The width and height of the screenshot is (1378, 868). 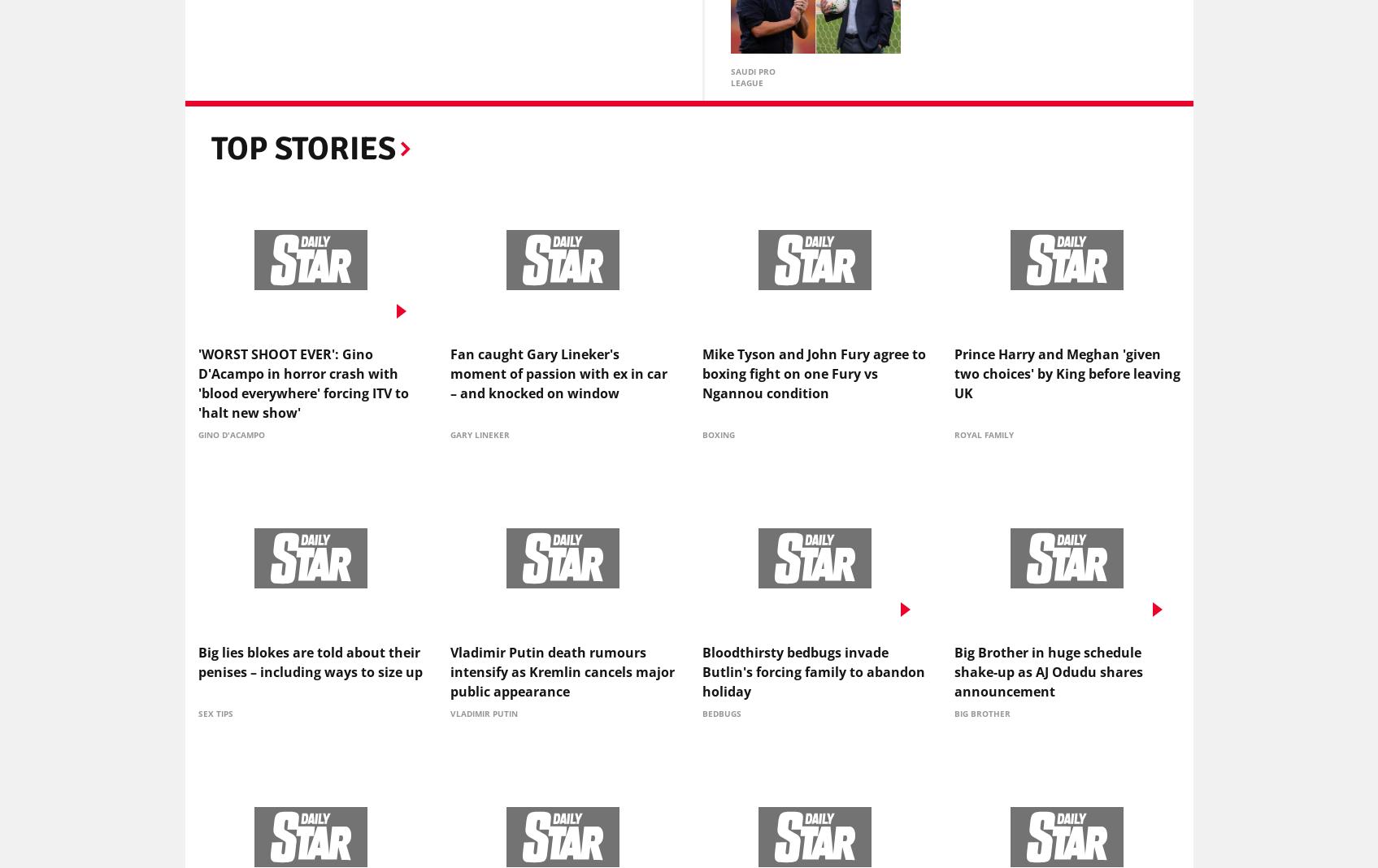 What do you see at coordinates (752, 80) in the screenshot?
I see `'Saudi Pro League'` at bounding box center [752, 80].